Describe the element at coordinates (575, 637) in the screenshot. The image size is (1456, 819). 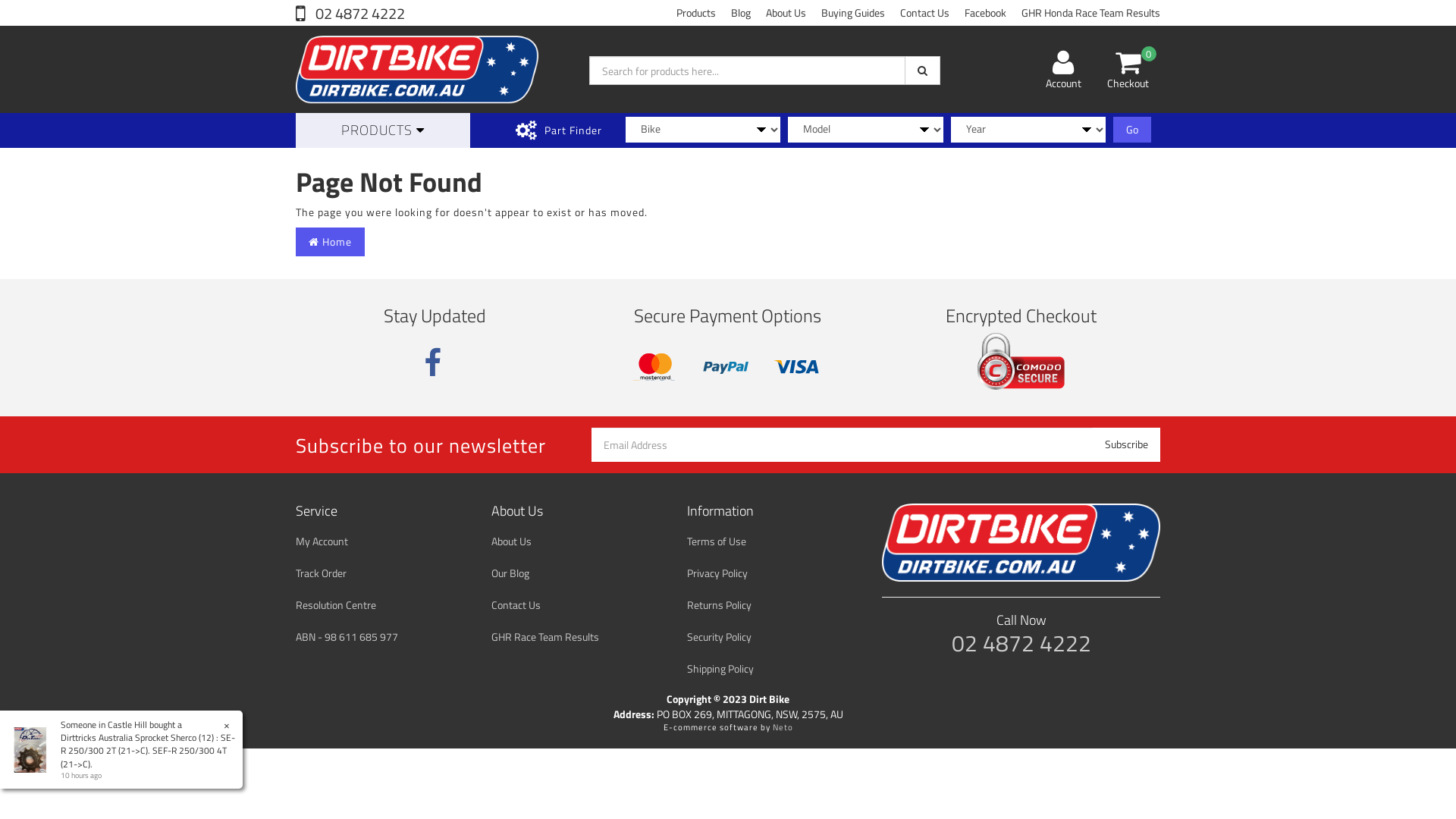
I see `'GHR Race Team Results'` at that location.